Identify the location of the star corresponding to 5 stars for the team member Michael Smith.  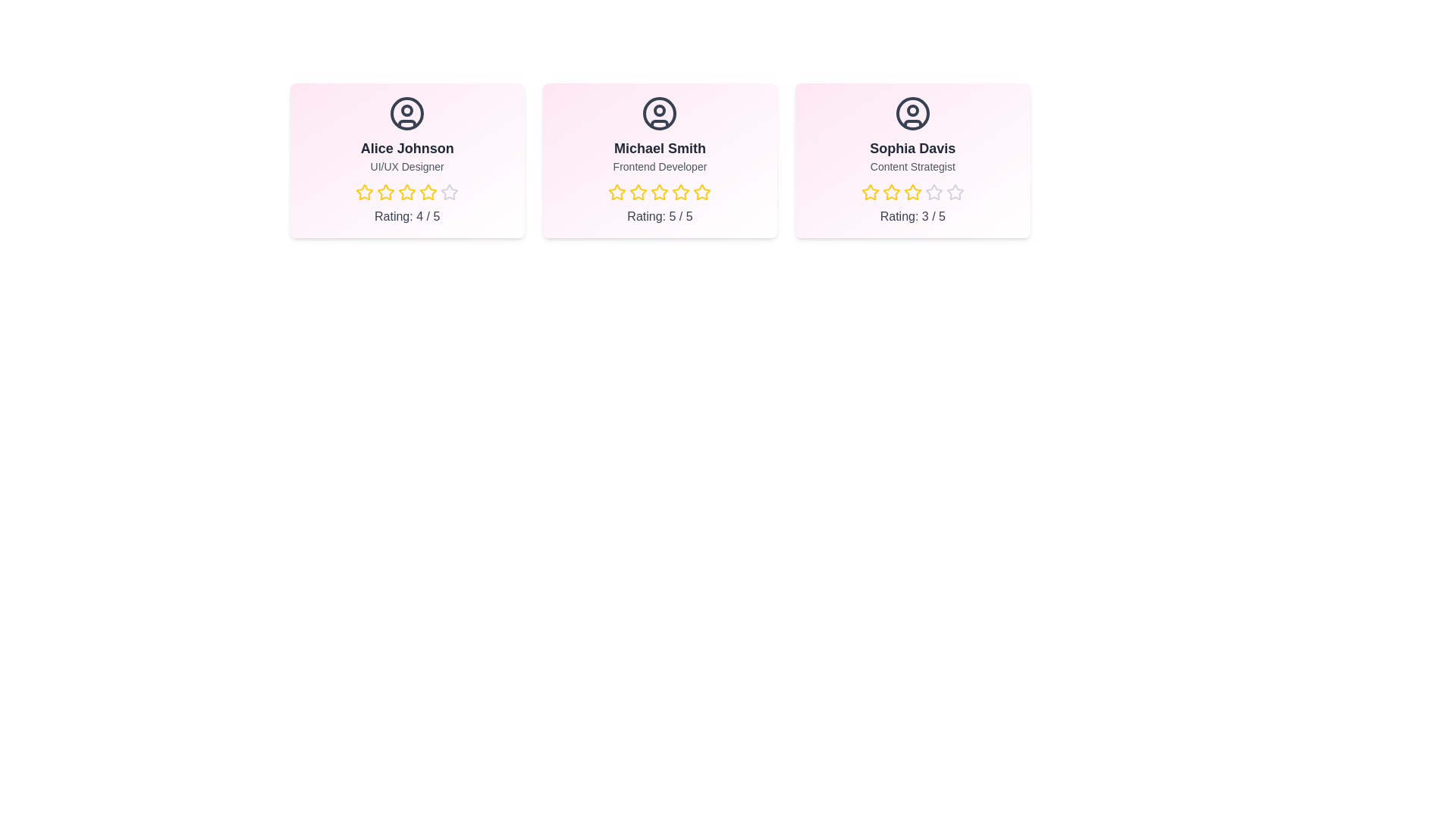
(701, 192).